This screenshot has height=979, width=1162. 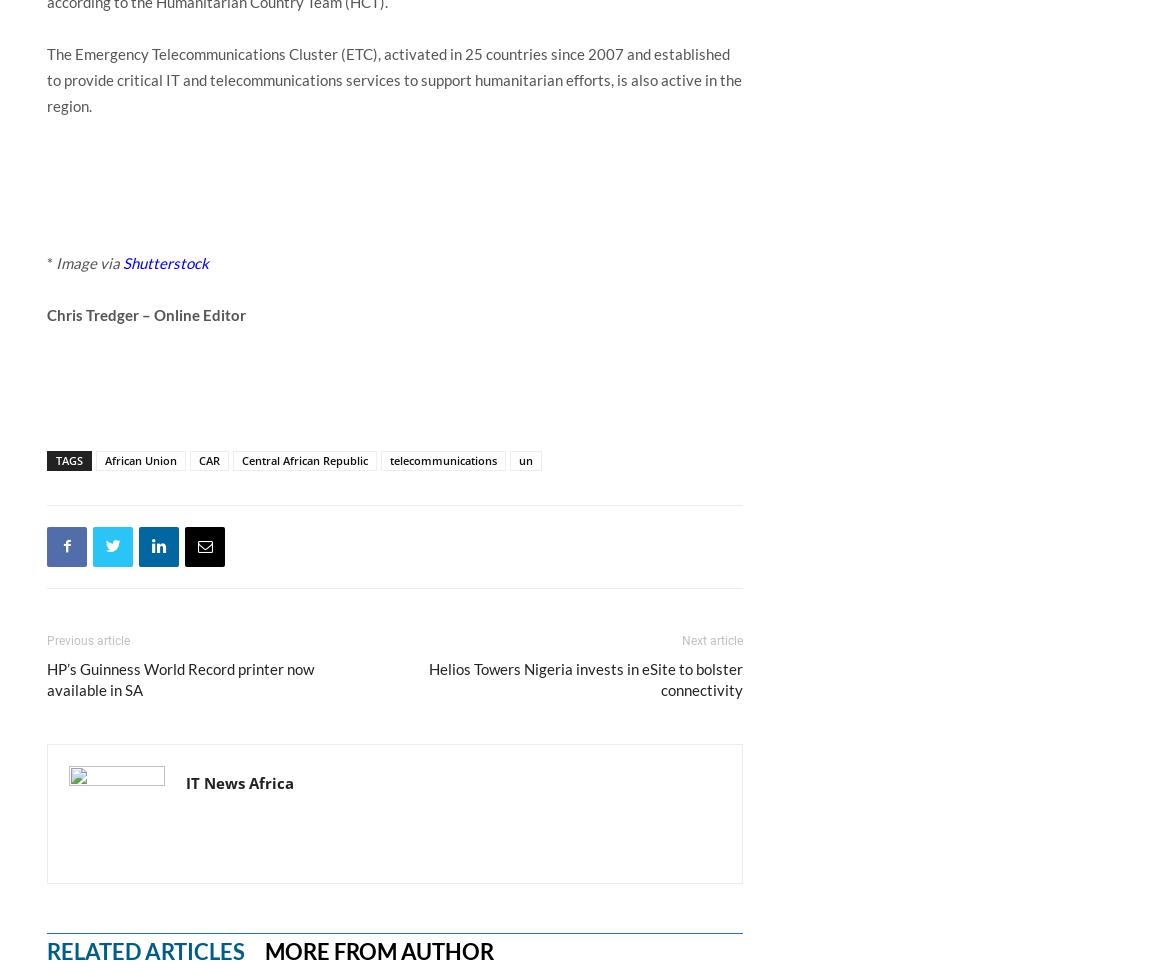 What do you see at coordinates (238, 781) in the screenshot?
I see `'IT News Africa'` at bounding box center [238, 781].